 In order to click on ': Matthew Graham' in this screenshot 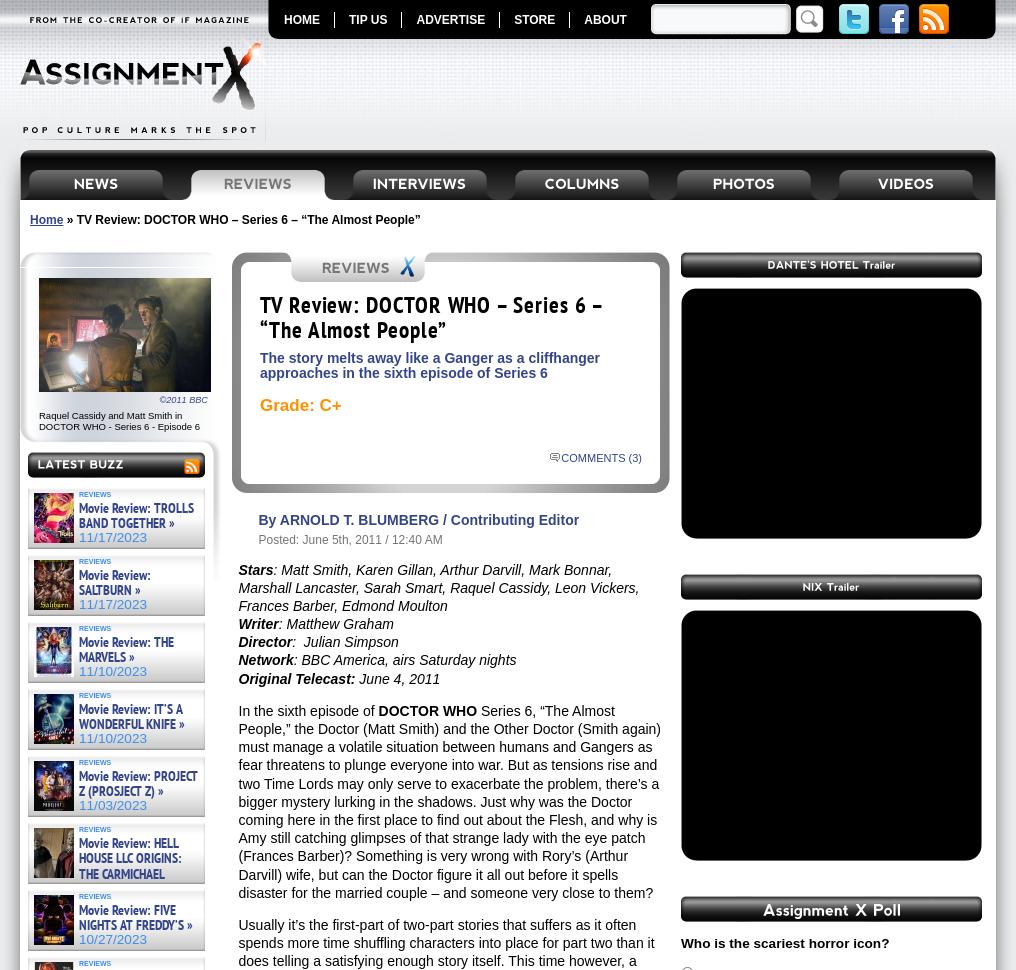, I will do `click(276, 624)`.